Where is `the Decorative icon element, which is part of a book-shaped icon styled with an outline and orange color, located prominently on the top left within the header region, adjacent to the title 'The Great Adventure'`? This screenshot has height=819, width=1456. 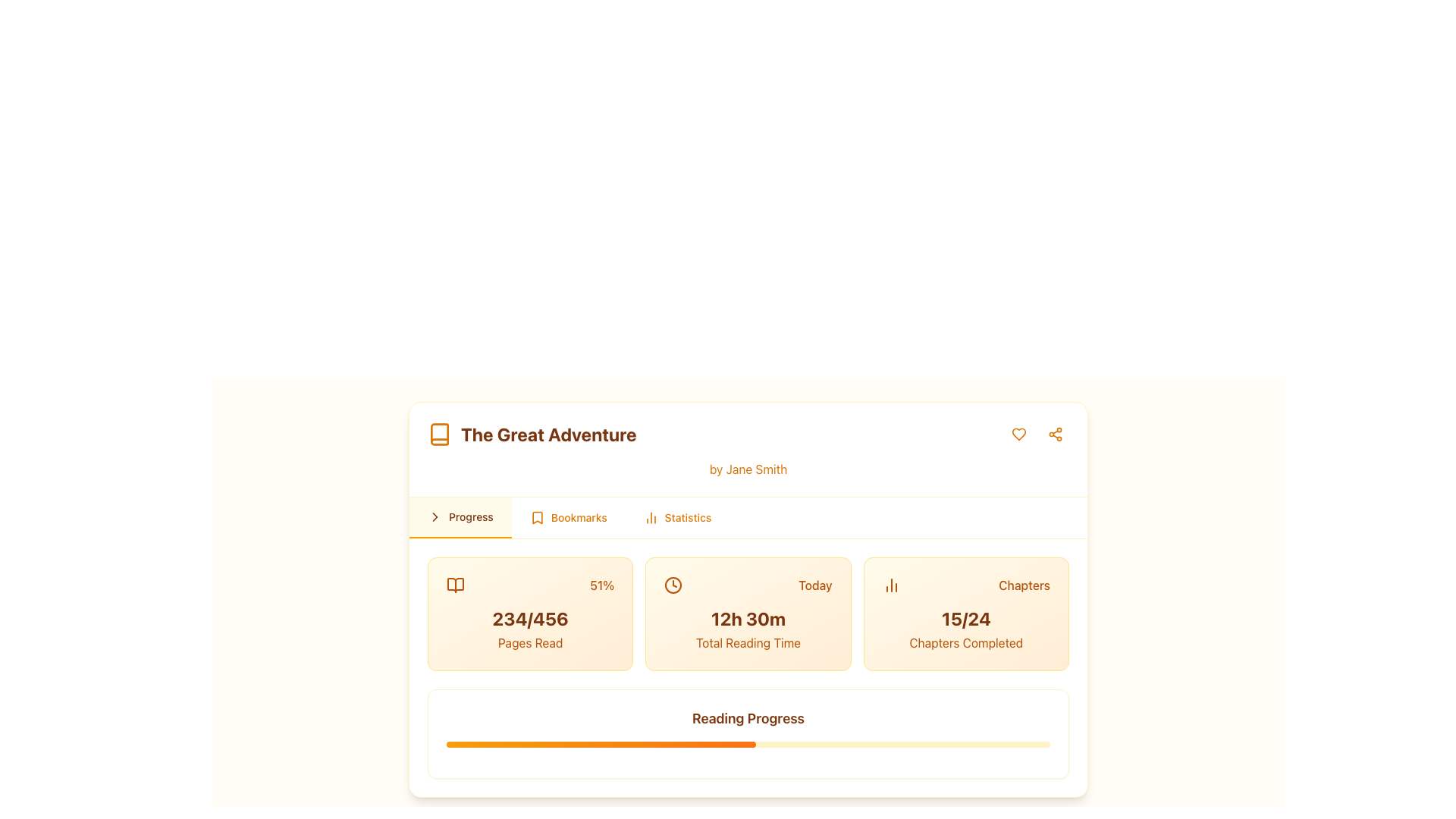
the Decorative icon element, which is part of a book-shaped icon styled with an outline and orange color, located prominently on the top left within the header region, adjacent to the title 'The Great Adventure' is located at coordinates (439, 435).